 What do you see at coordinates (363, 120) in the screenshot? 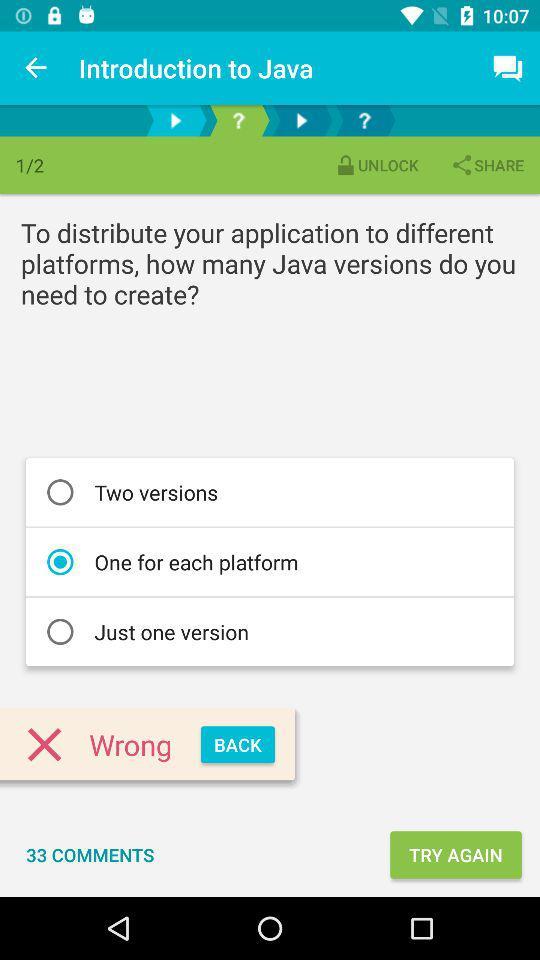
I see `open step for the quest` at bounding box center [363, 120].